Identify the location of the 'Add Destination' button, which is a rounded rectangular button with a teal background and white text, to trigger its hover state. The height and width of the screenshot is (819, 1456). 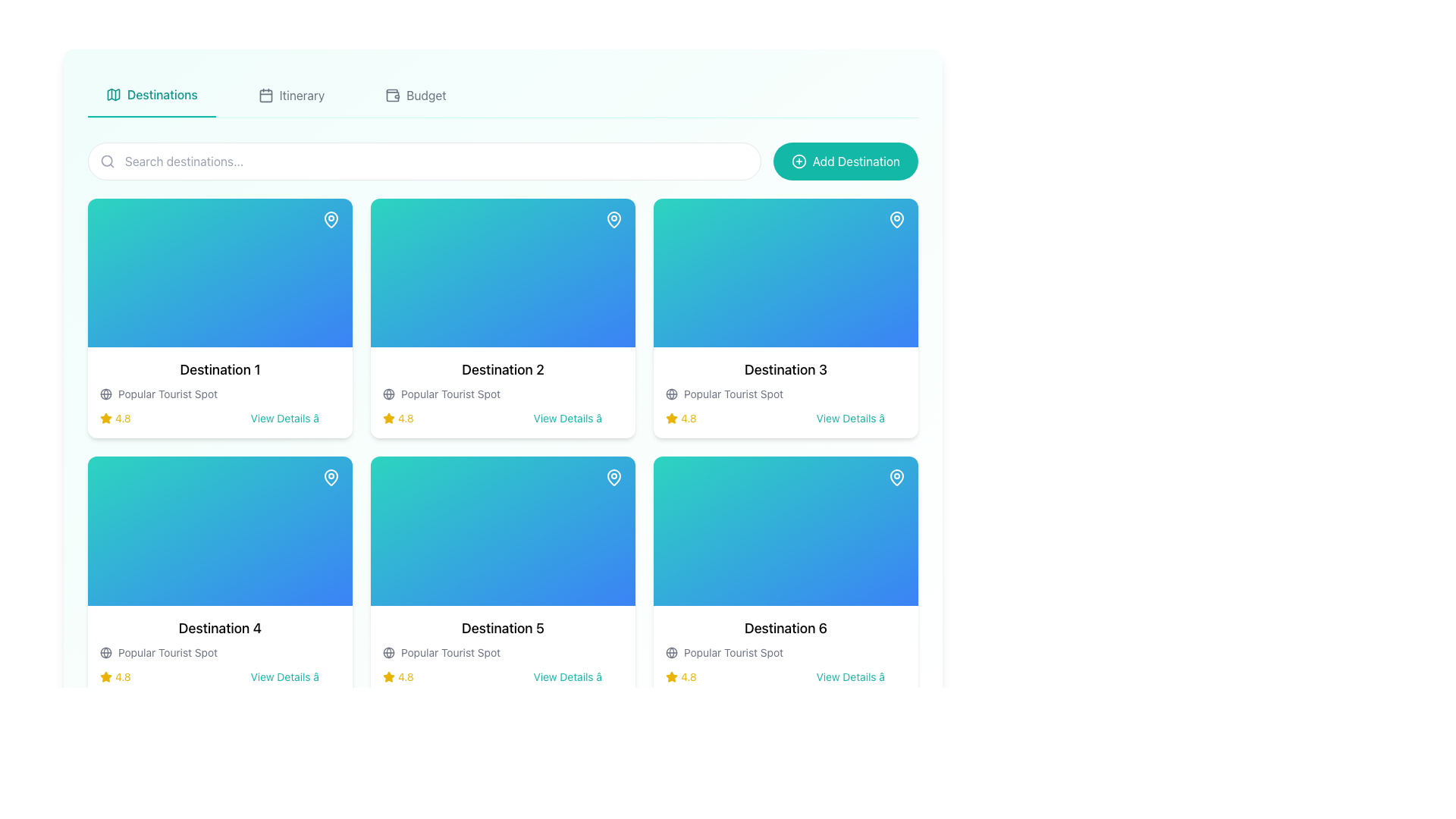
(845, 161).